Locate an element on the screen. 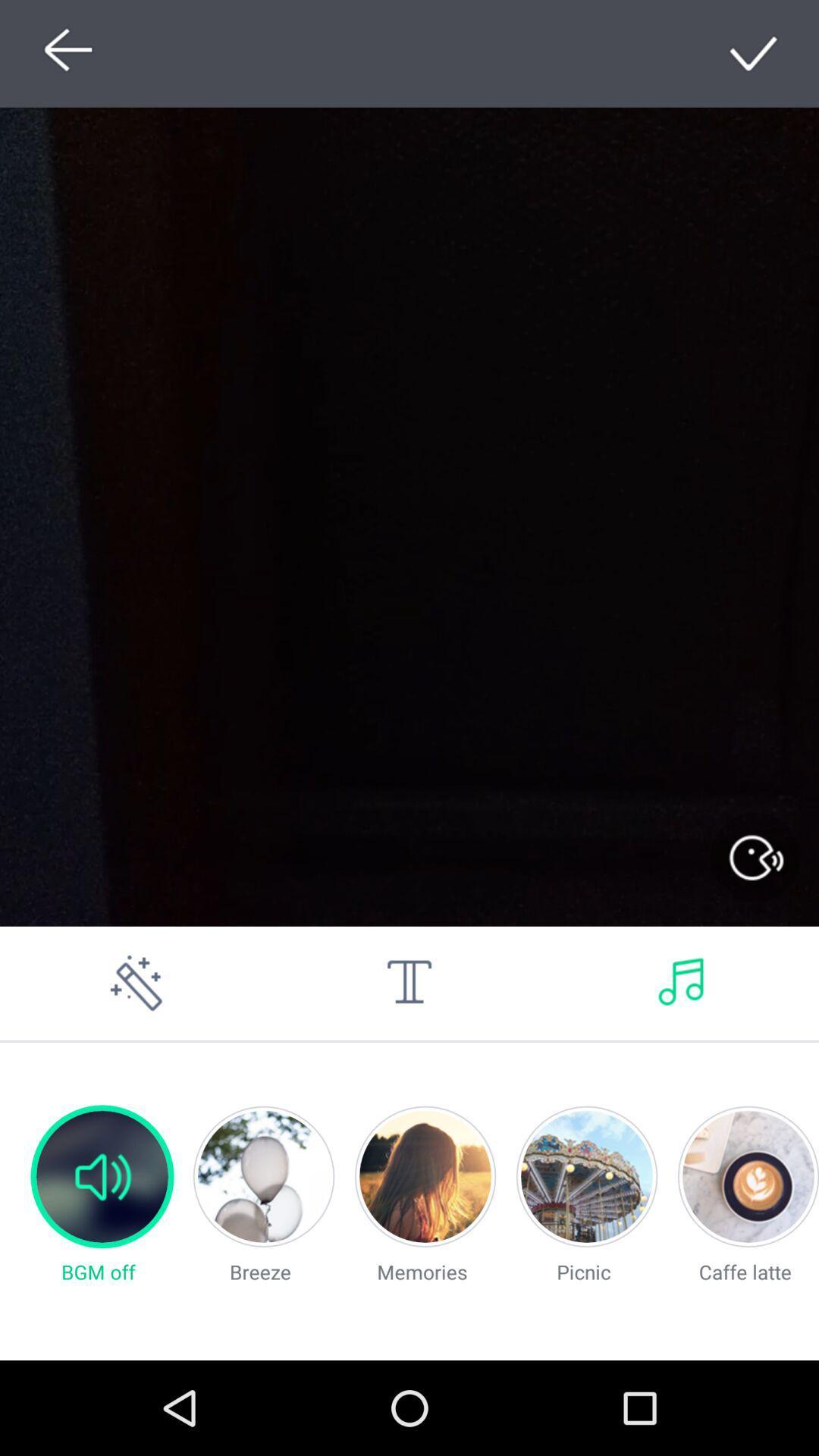  music is located at coordinates (681, 983).